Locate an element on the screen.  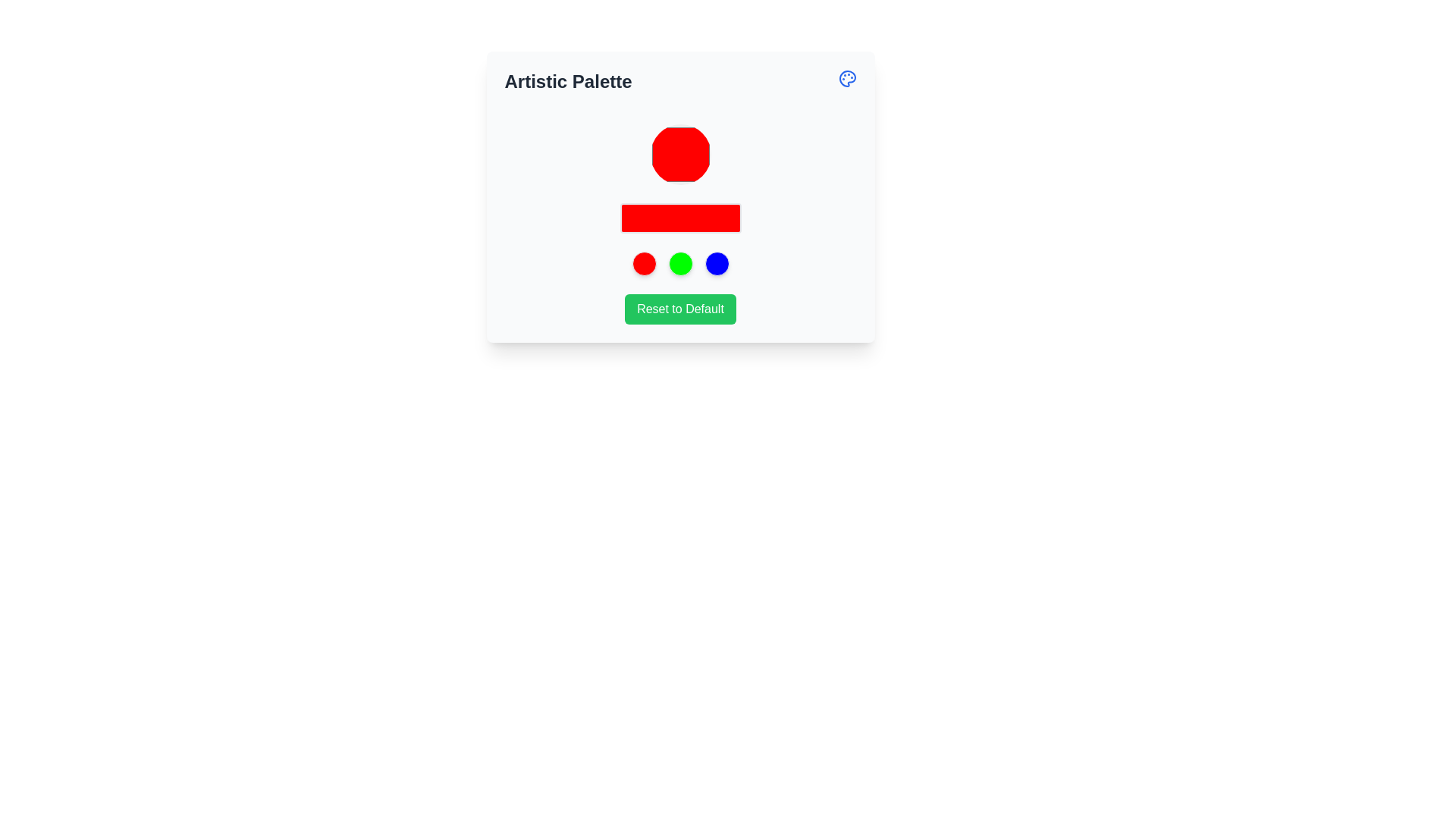
textual header that says 'Artistic Palette', which is styled with a large, bold font in dark gray color, located at the top-left section of the card-like area is located at coordinates (567, 82).